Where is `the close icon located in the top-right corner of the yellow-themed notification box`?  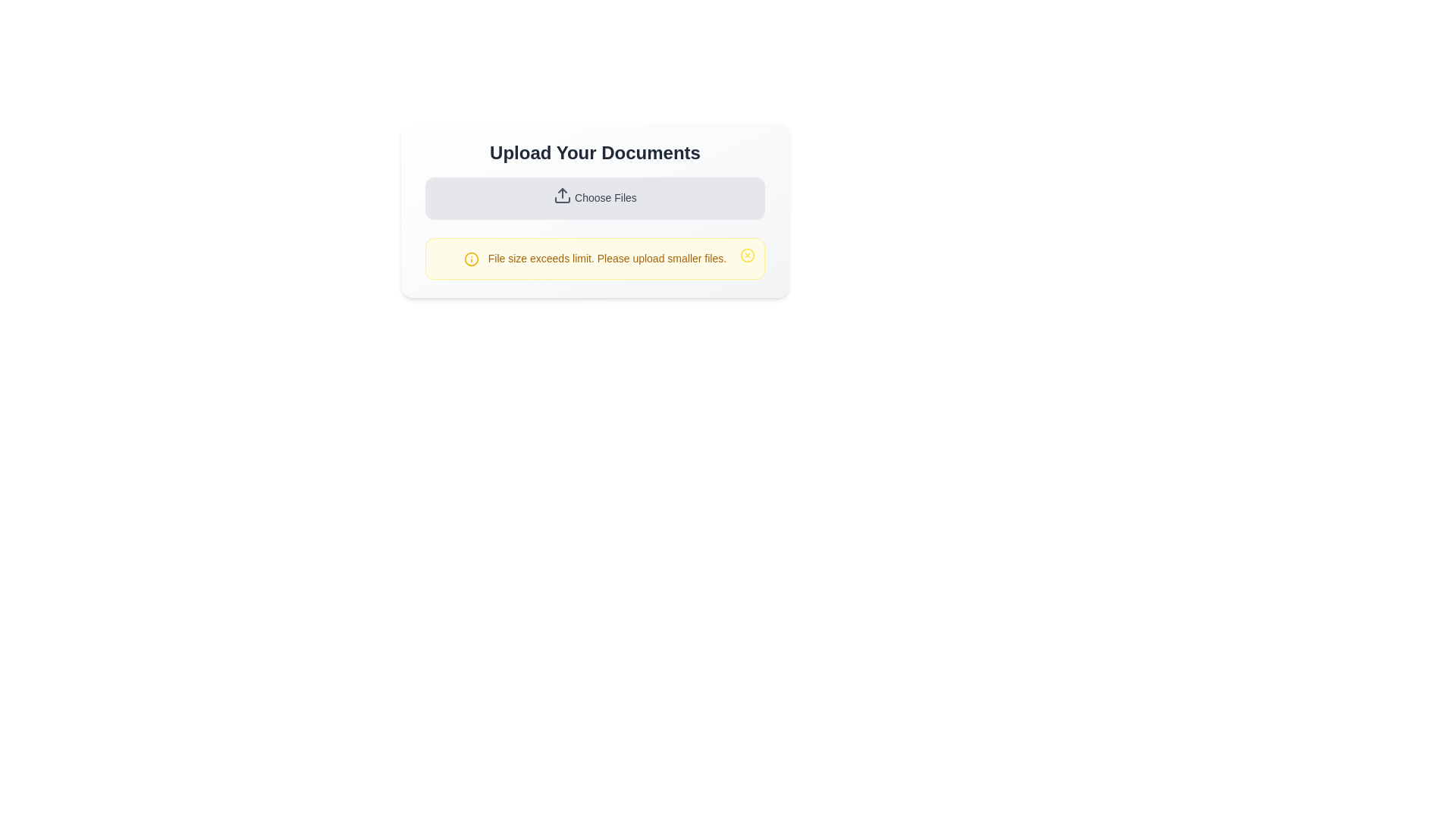 the close icon located in the top-right corner of the yellow-themed notification box is located at coordinates (747, 254).